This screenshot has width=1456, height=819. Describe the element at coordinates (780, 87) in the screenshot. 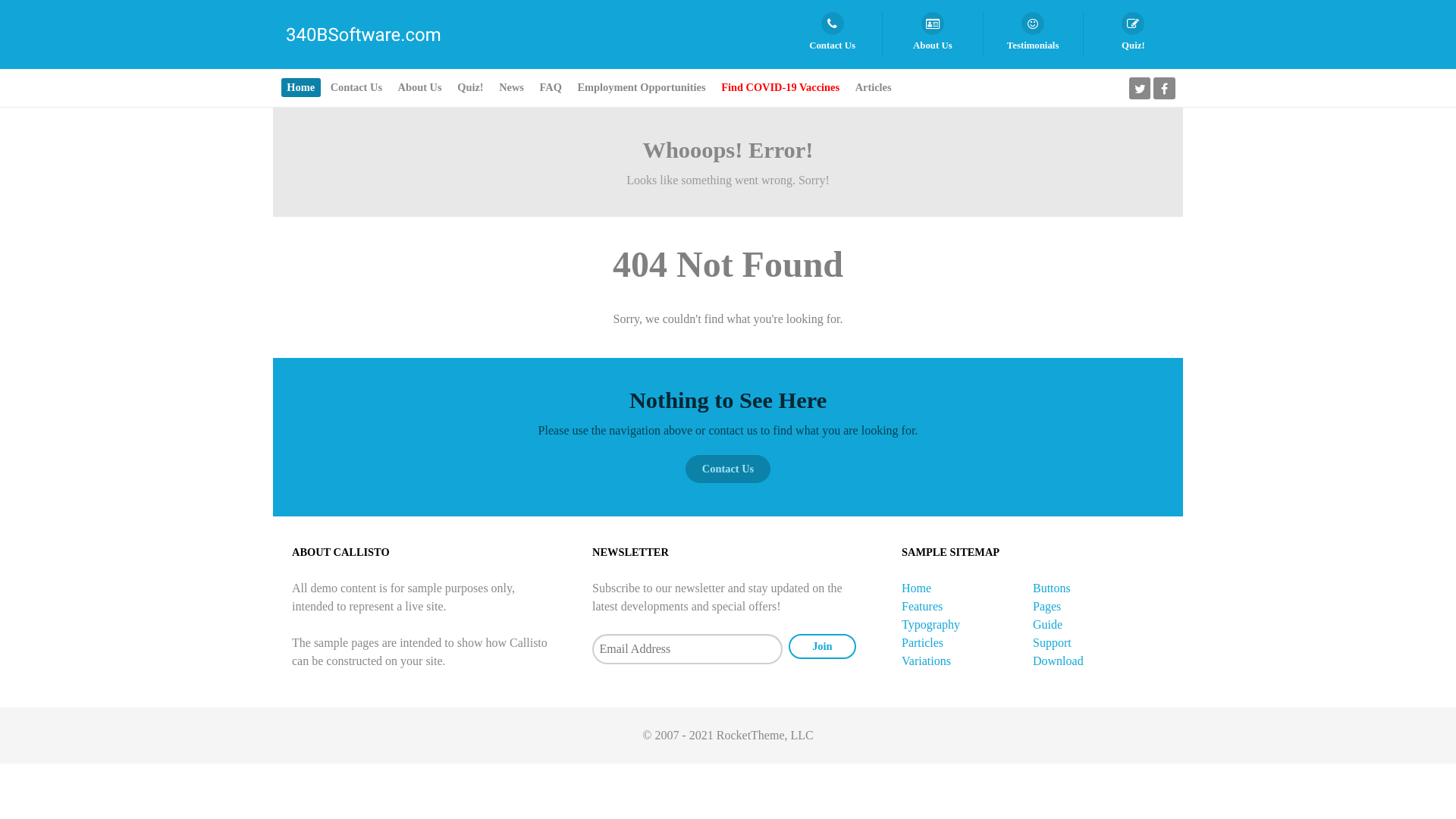

I see `'Find COVID-19 Vaccines'` at that location.